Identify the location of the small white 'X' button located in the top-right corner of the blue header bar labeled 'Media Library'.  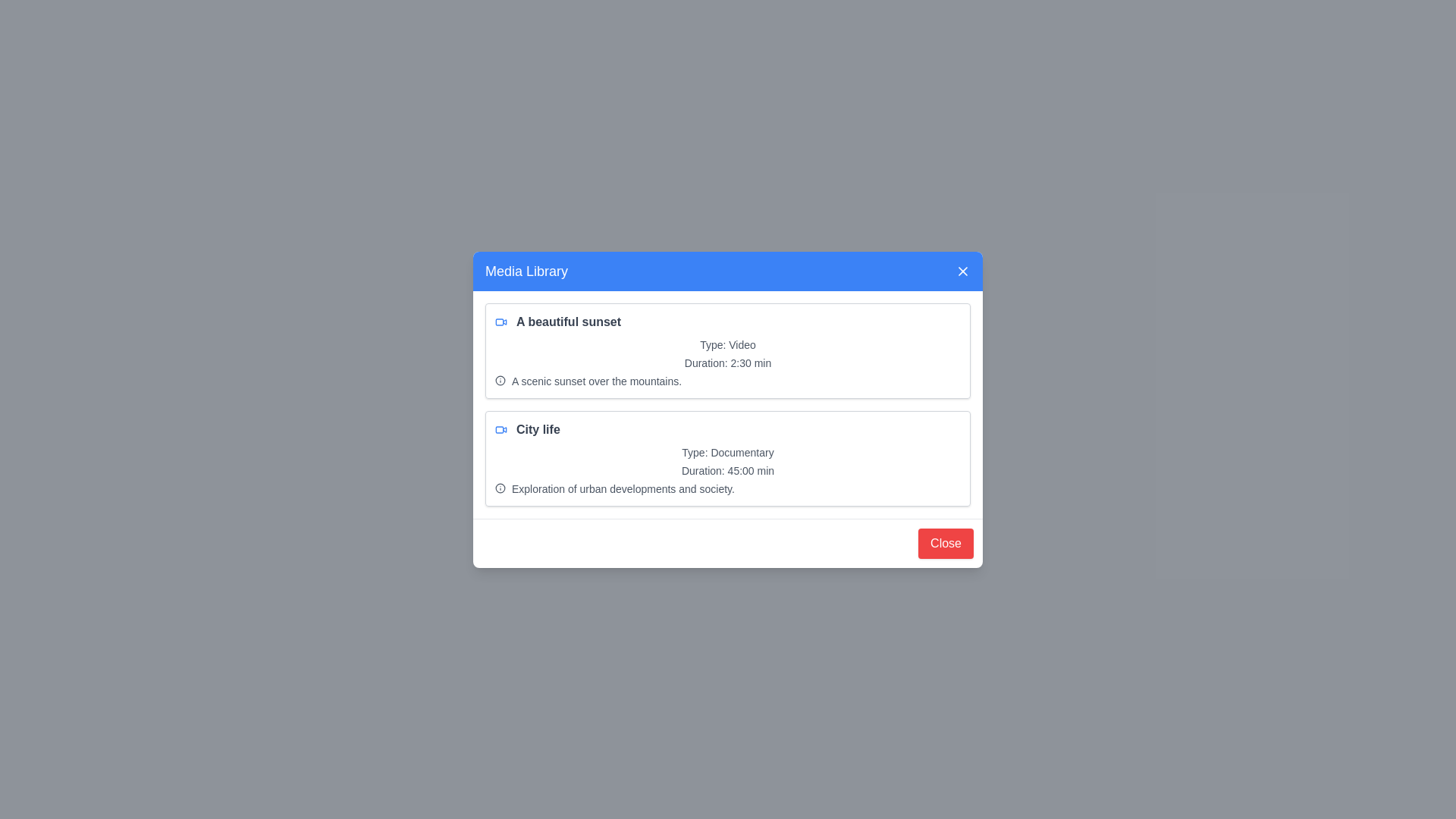
(962, 270).